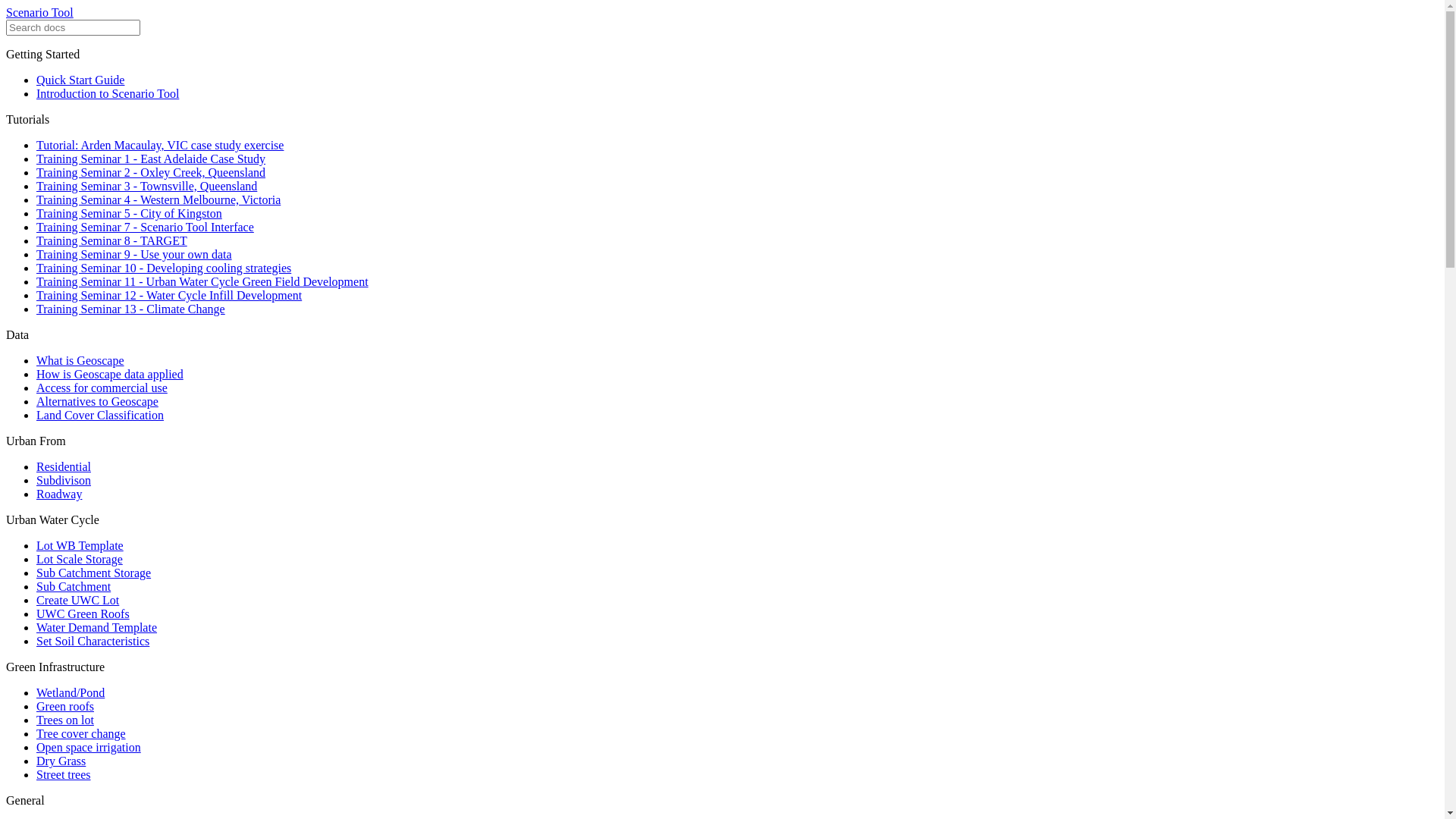  I want to click on 'Lot Scale Storage', so click(79, 559).